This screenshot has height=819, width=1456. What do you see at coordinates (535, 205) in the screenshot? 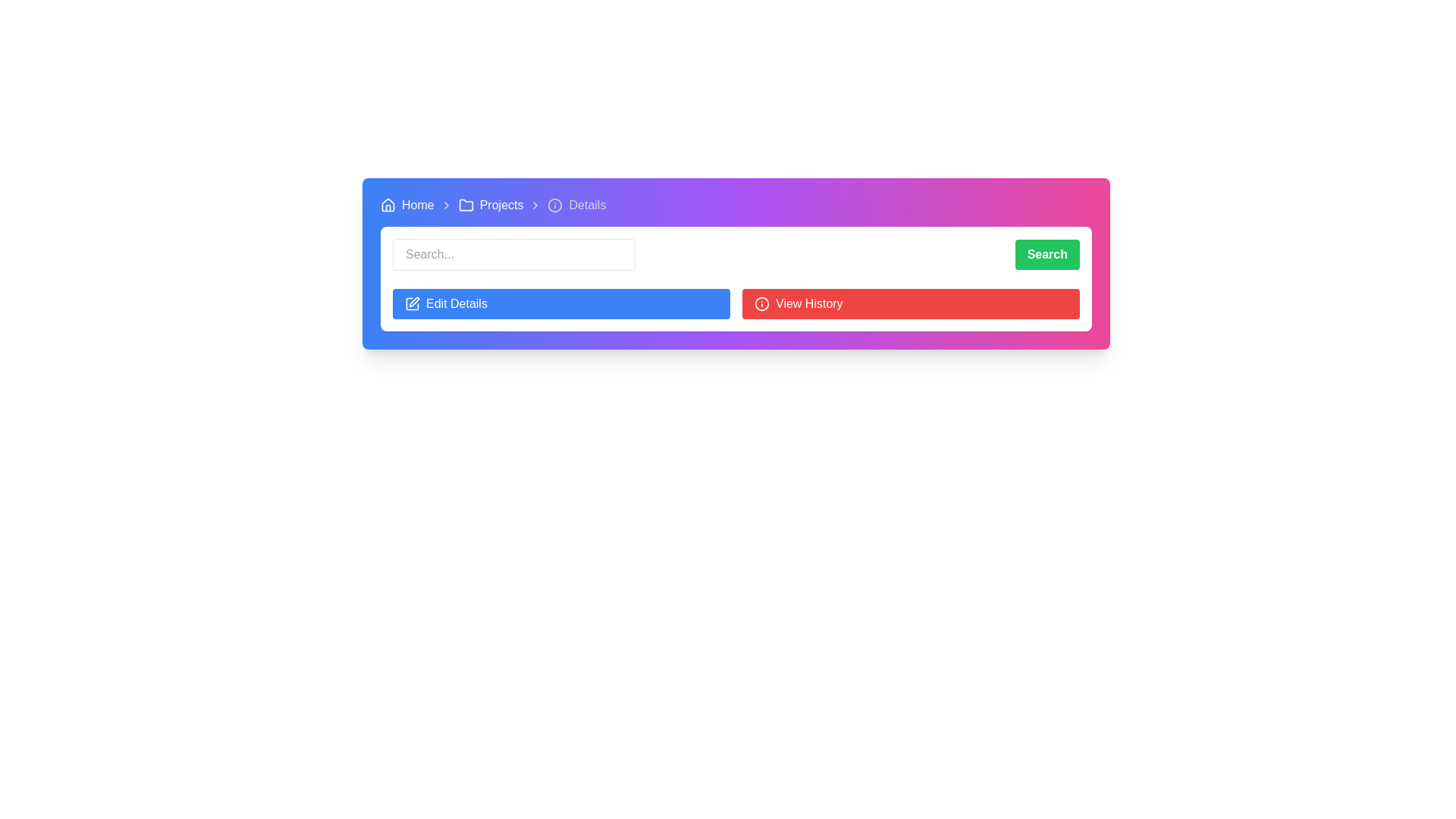
I see `the right-pointing chevron arrow icon in the breadcrumb navigation, positioned between 'Projects' and 'Details'` at bounding box center [535, 205].